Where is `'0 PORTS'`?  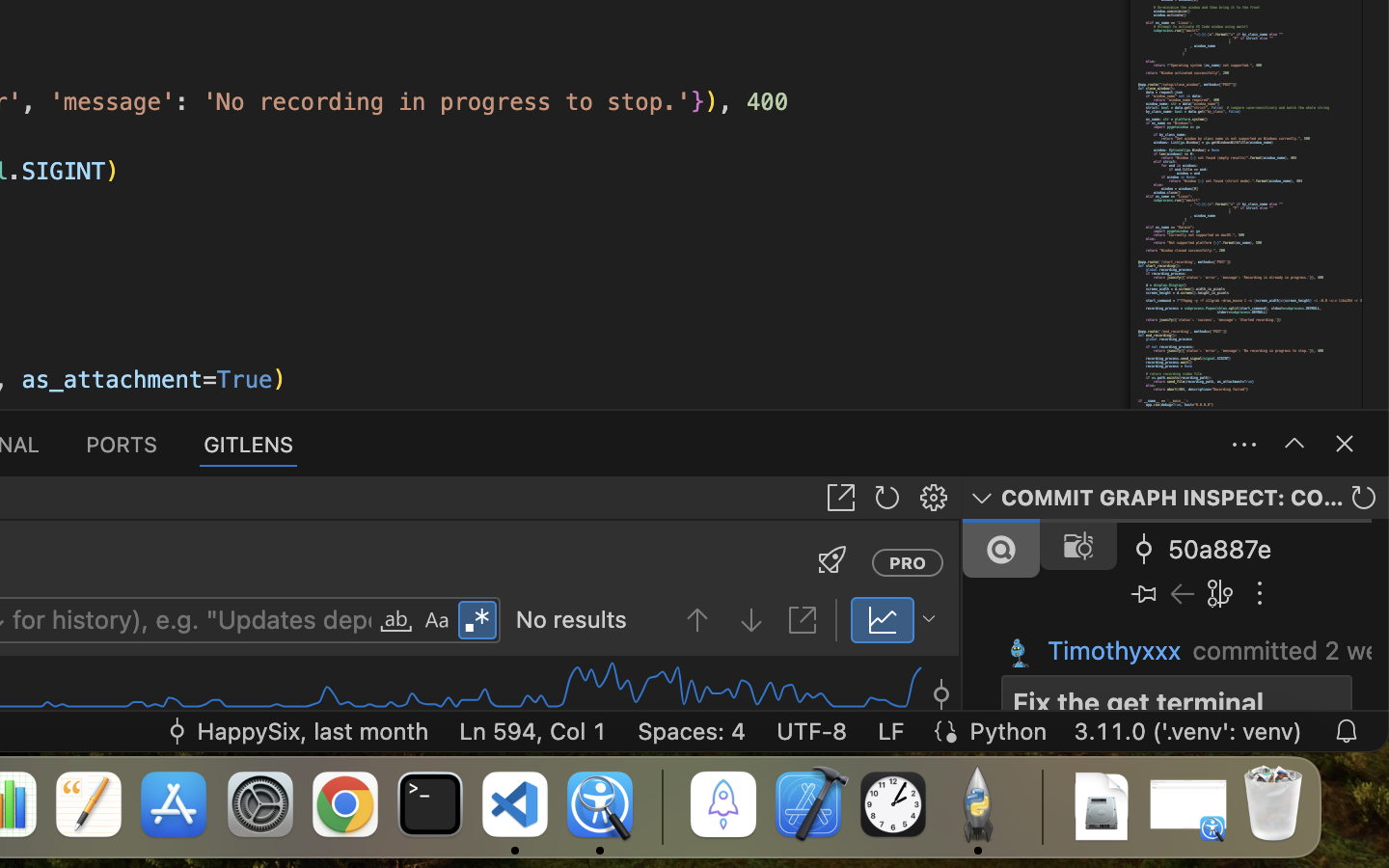
'0 PORTS' is located at coordinates (122, 442).